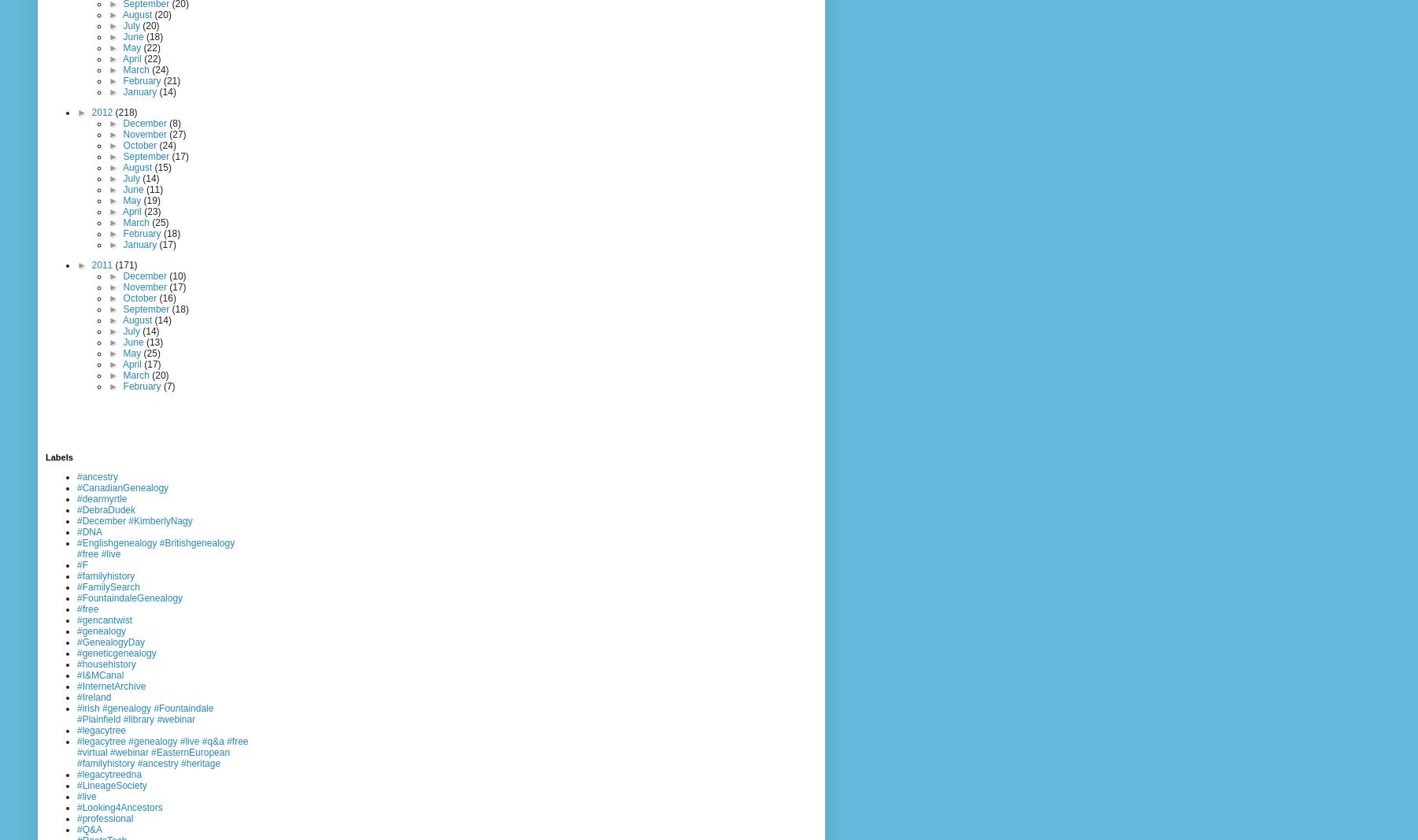 The height and width of the screenshot is (840, 1418). I want to click on '(7)', so click(168, 384).